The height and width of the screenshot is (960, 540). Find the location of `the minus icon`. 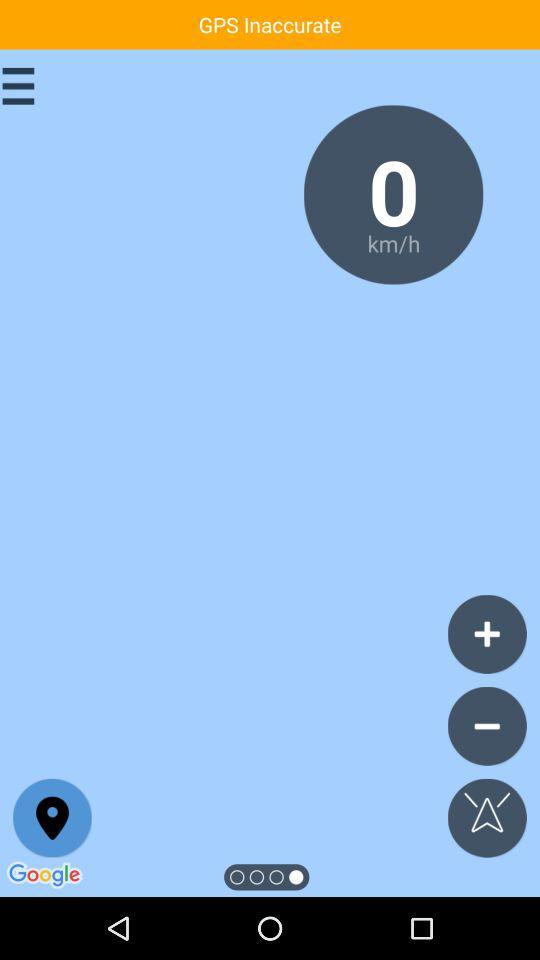

the minus icon is located at coordinates (486, 725).